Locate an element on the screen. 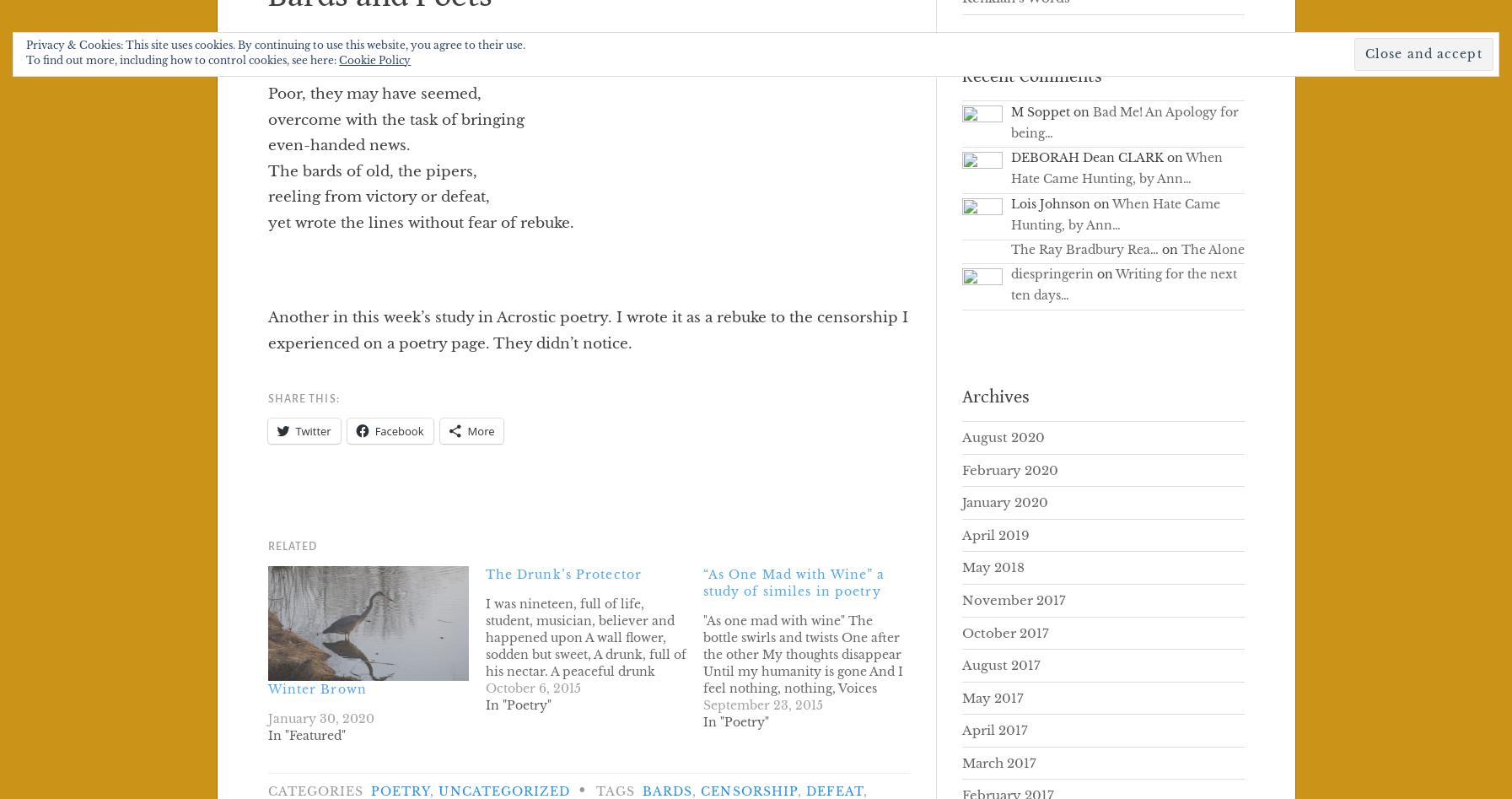  'Share this:' is located at coordinates (302, 399).